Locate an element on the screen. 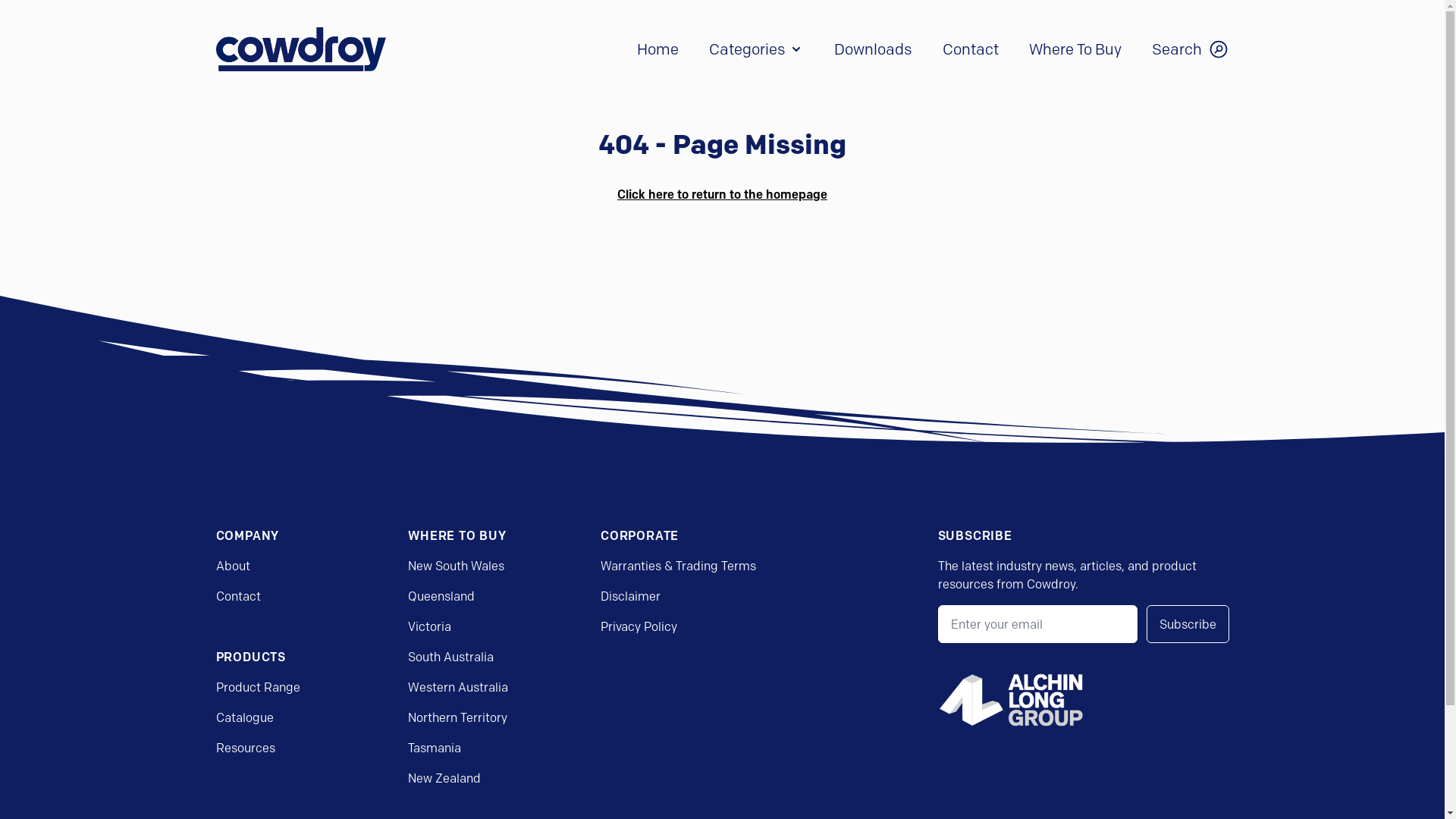 The height and width of the screenshot is (819, 1456). 'Disclaimer' is located at coordinates (630, 595).